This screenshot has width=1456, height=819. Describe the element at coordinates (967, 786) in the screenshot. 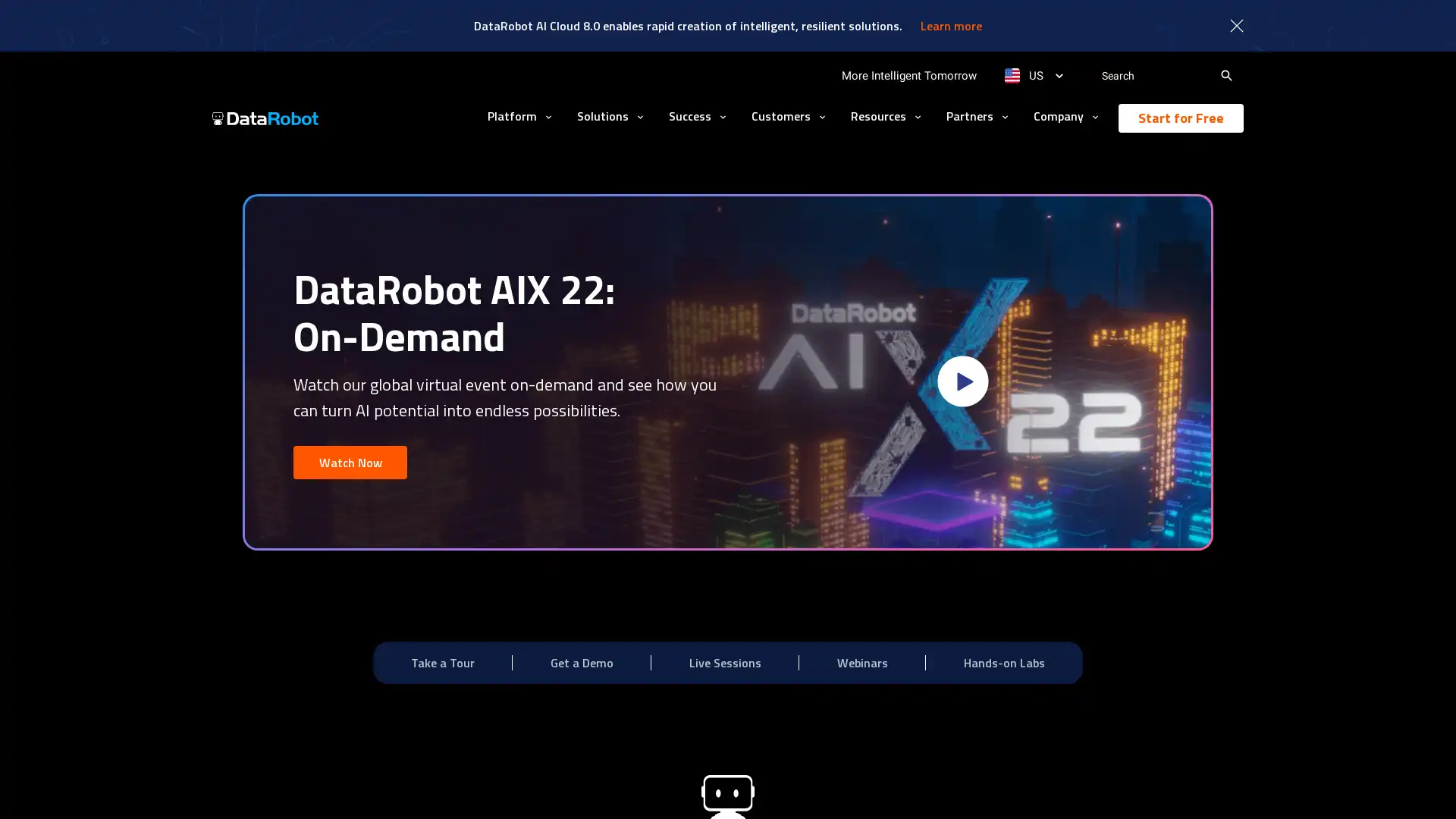

I see `Cookie Settings` at that location.